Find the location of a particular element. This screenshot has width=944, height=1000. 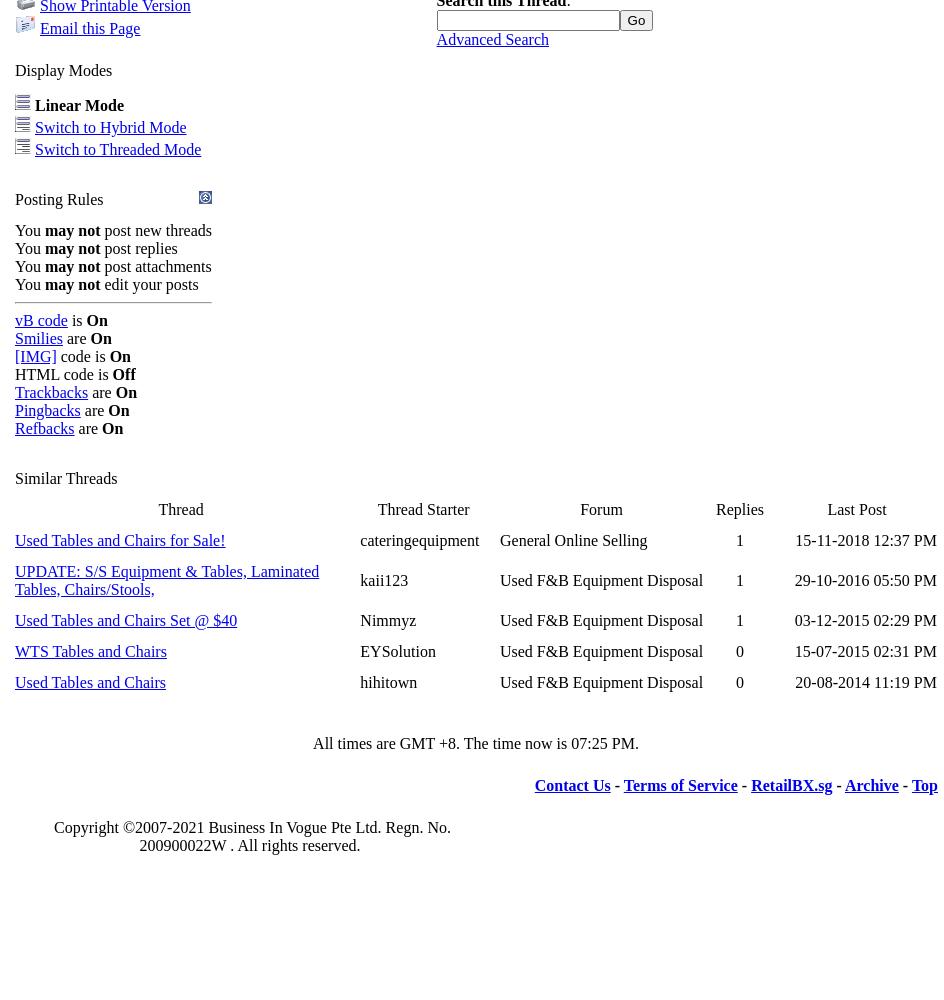

'HTML code is' is located at coordinates (62, 372).